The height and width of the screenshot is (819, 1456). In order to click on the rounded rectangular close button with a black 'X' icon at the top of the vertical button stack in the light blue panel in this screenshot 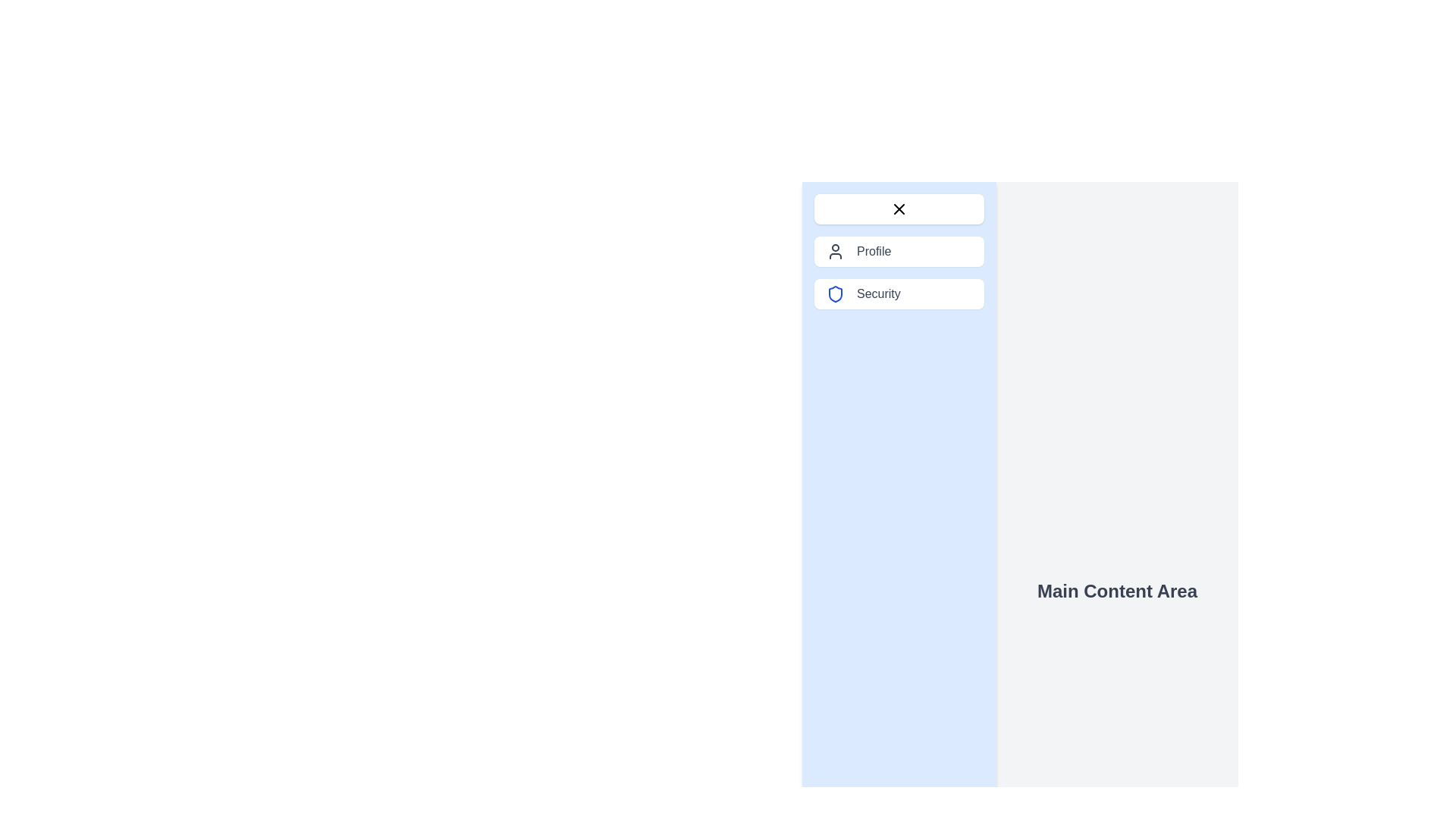, I will do `click(899, 209)`.